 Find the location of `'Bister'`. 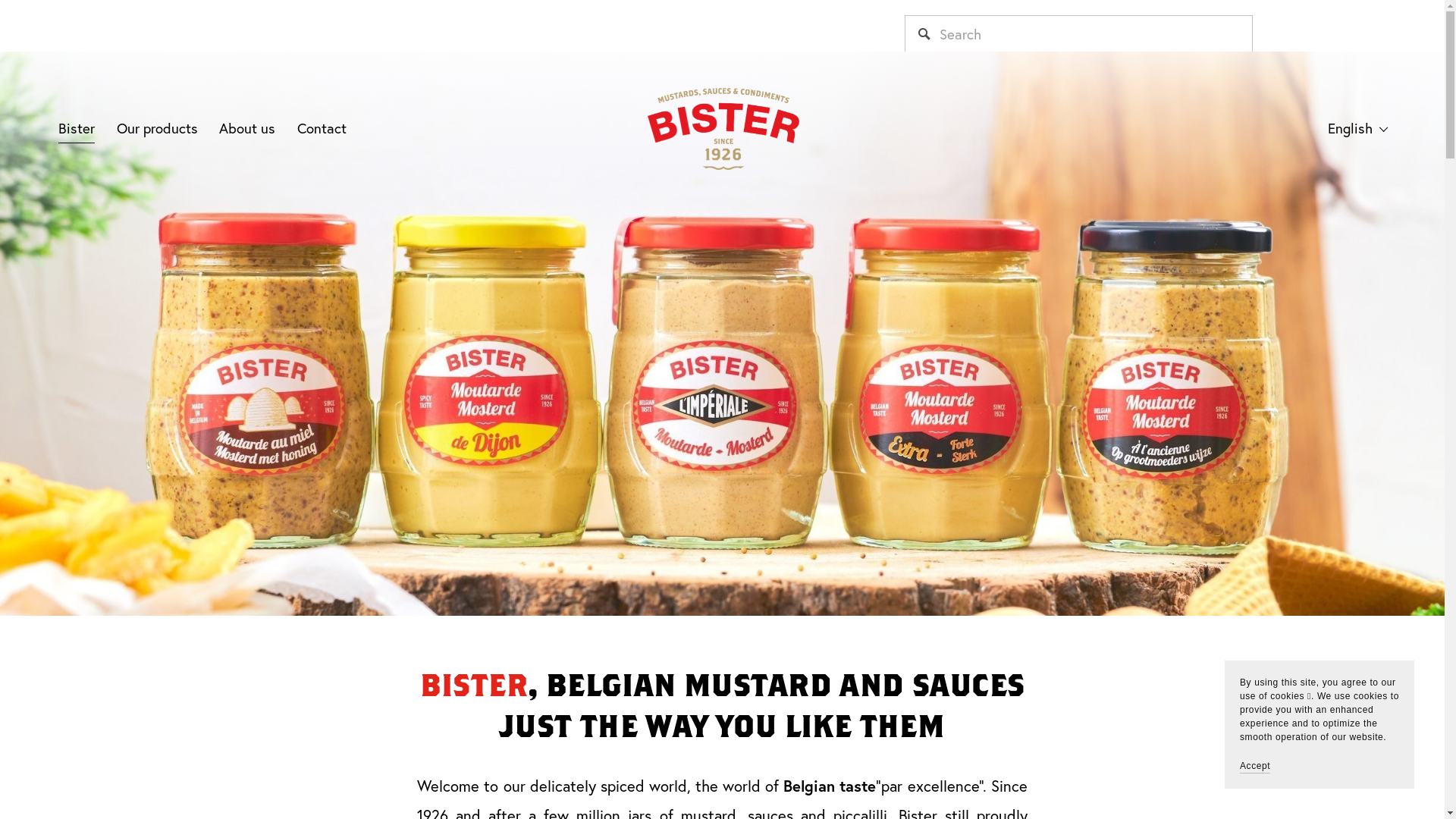

'Bister' is located at coordinates (58, 127).